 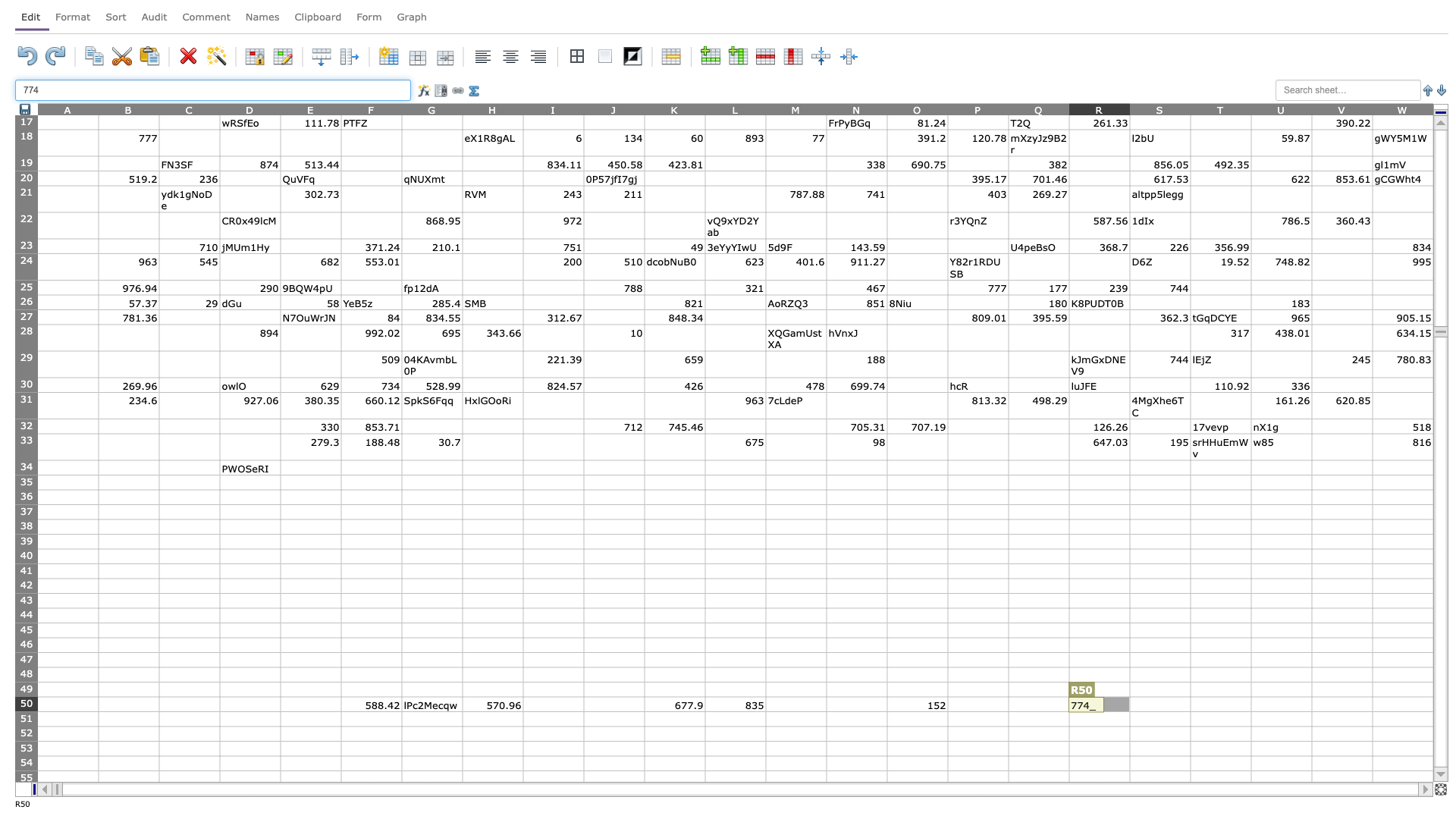 I want to click on Place cursor on top left corner of S50, so click(x=1129, y=696).